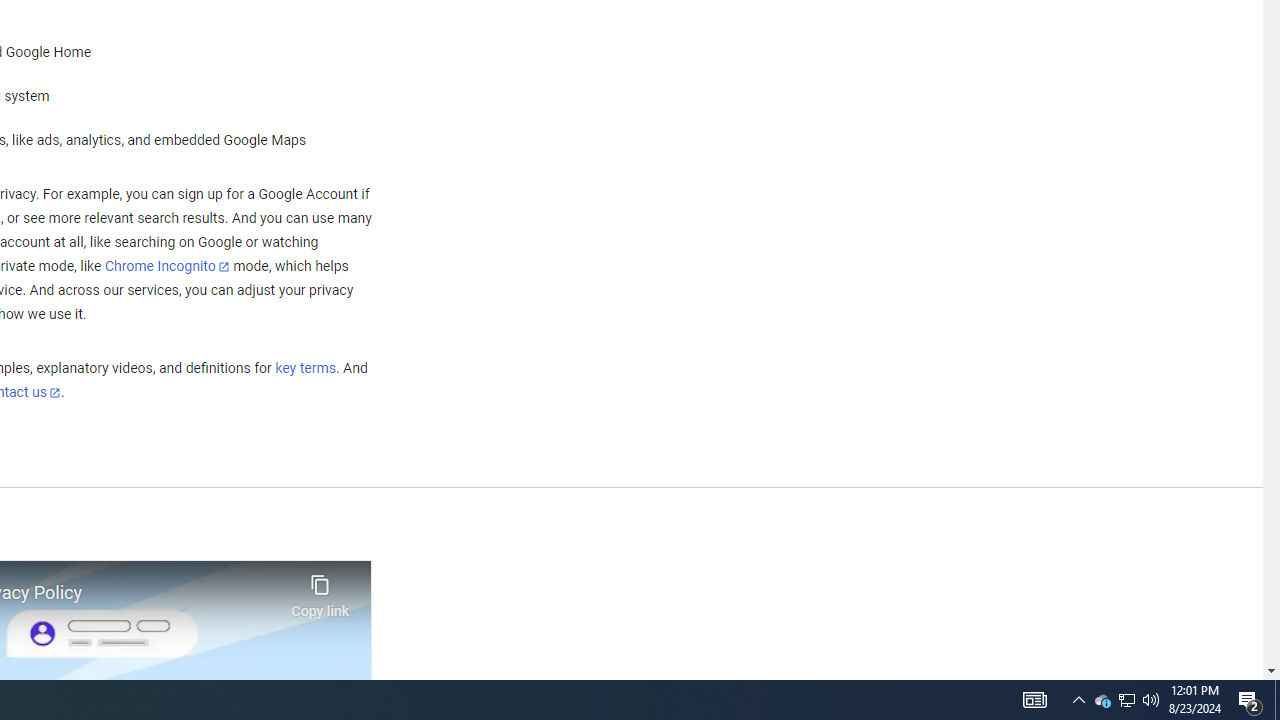 Image resolution: width=1280 pixels, height=720 pixels. What do you see at coordinates (304, 368) in the screenshot?
I see `'key terms'` at bounding box center [304, 368].